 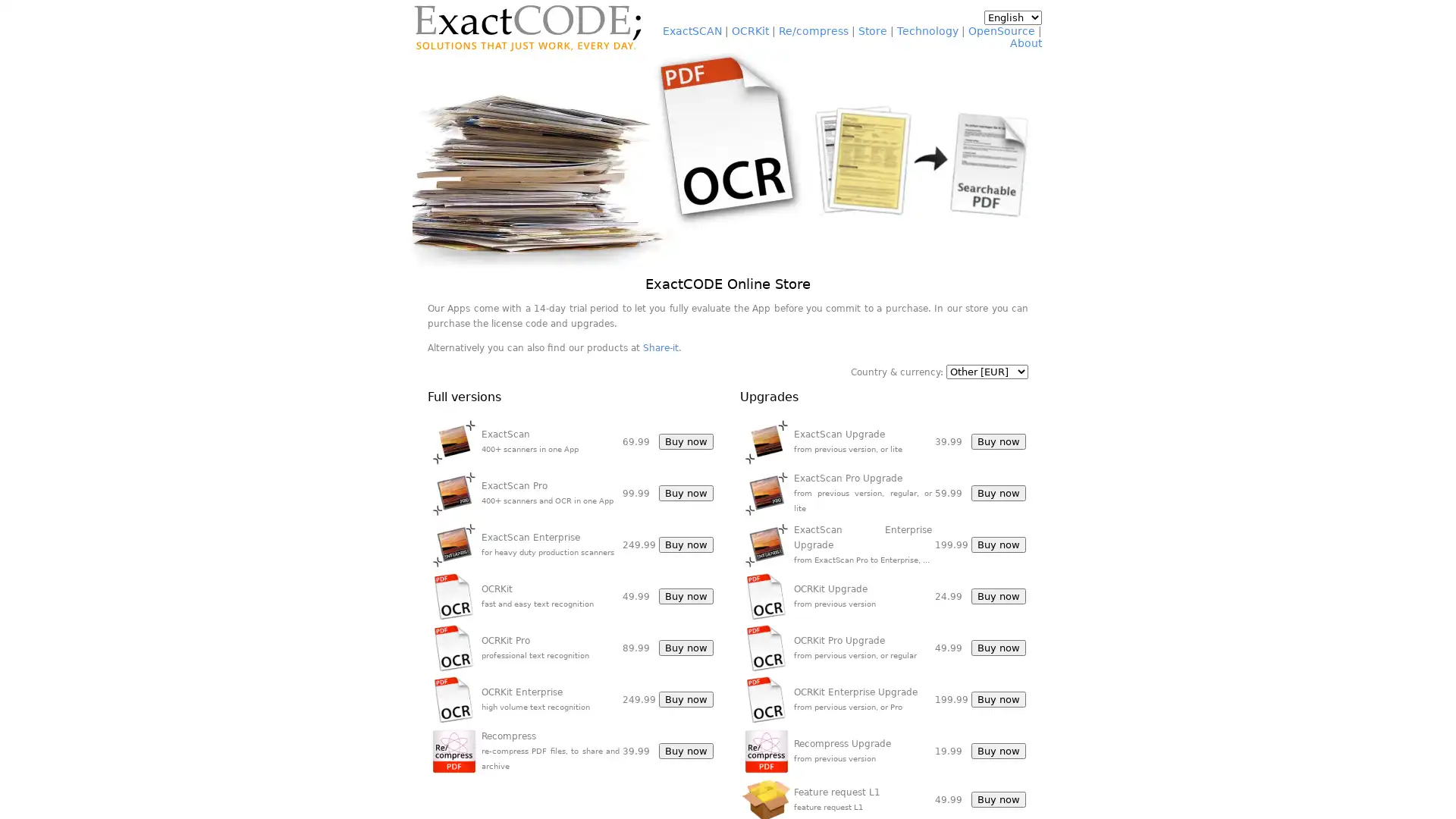 What do you see at coordinates (686, 595) in the screenshot?
I see `Buy now` at bounding box center [686, 595].